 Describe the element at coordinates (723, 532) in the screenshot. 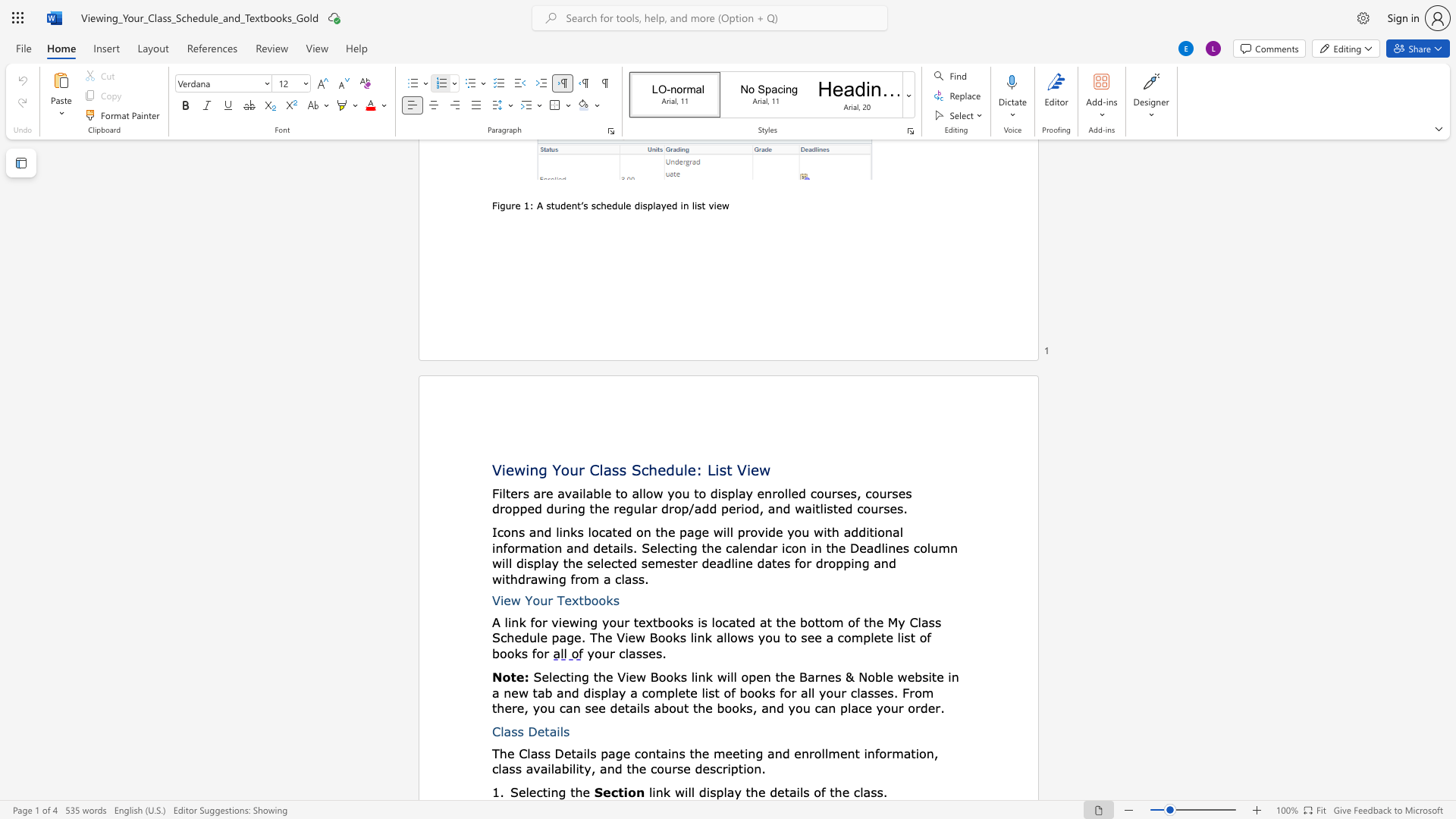

I see `the 1th character "i" in the text` at that location.